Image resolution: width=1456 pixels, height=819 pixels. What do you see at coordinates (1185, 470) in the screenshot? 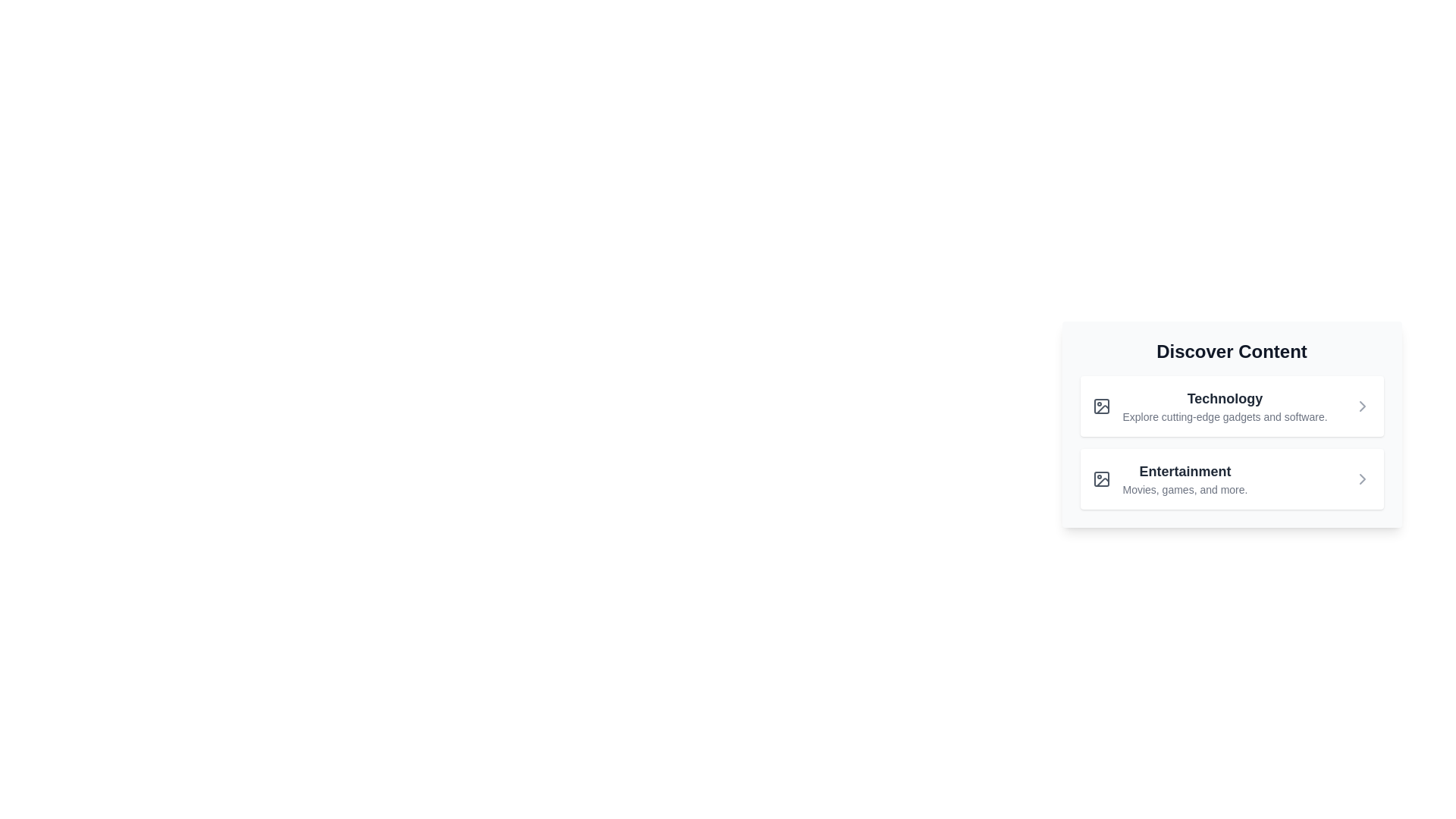
I see `the text label styled as a heading that displays the title 'Entertainment', which is visually distinct in bold dark gray font against a light background, located near the bottom of a card-like section under 'Discover Content'` at bounding box center [1185, 470].